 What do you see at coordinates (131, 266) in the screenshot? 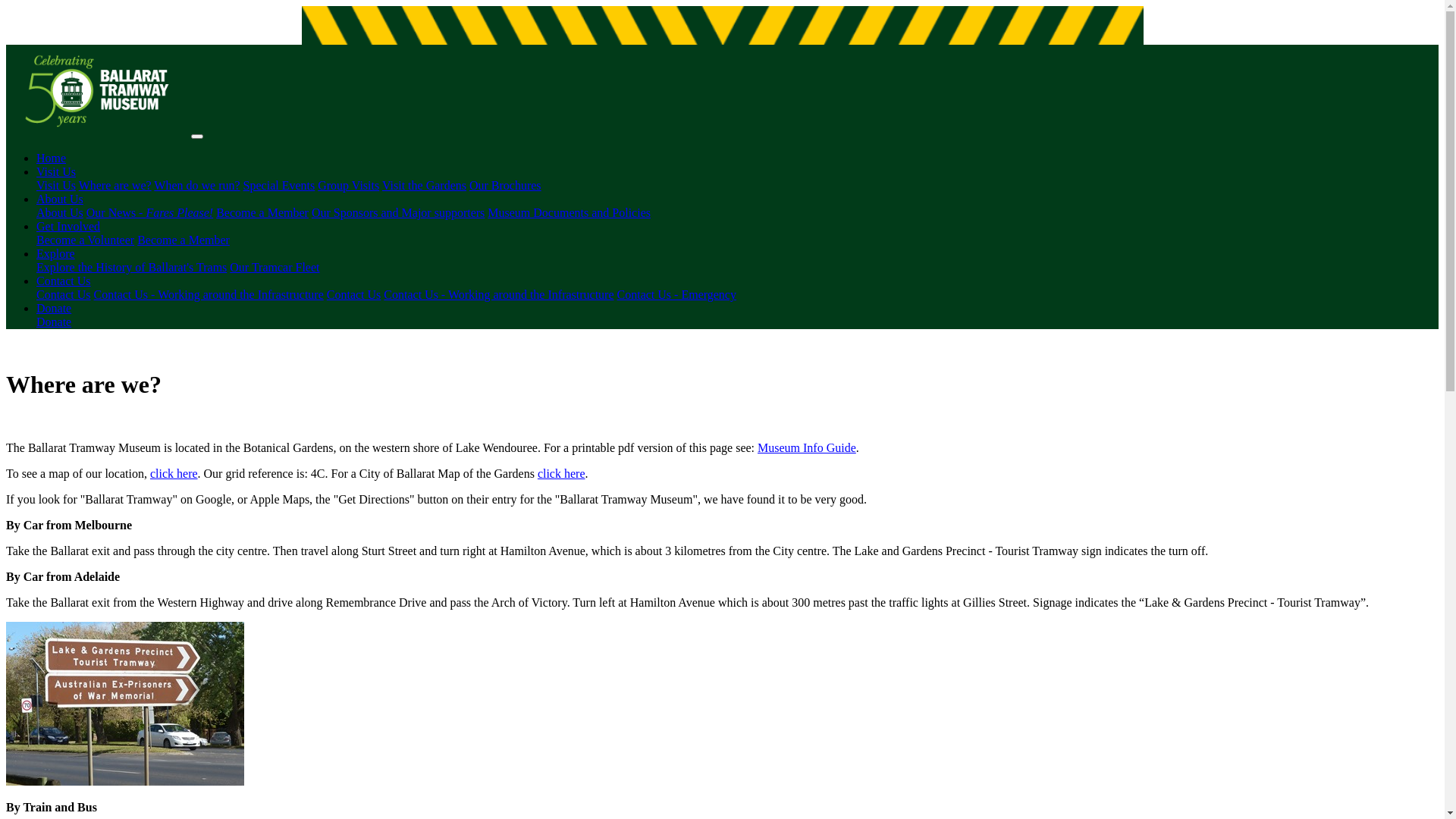
I see `'Explore the History of Ballarat's Trams'` at bounding box center [131, 266].